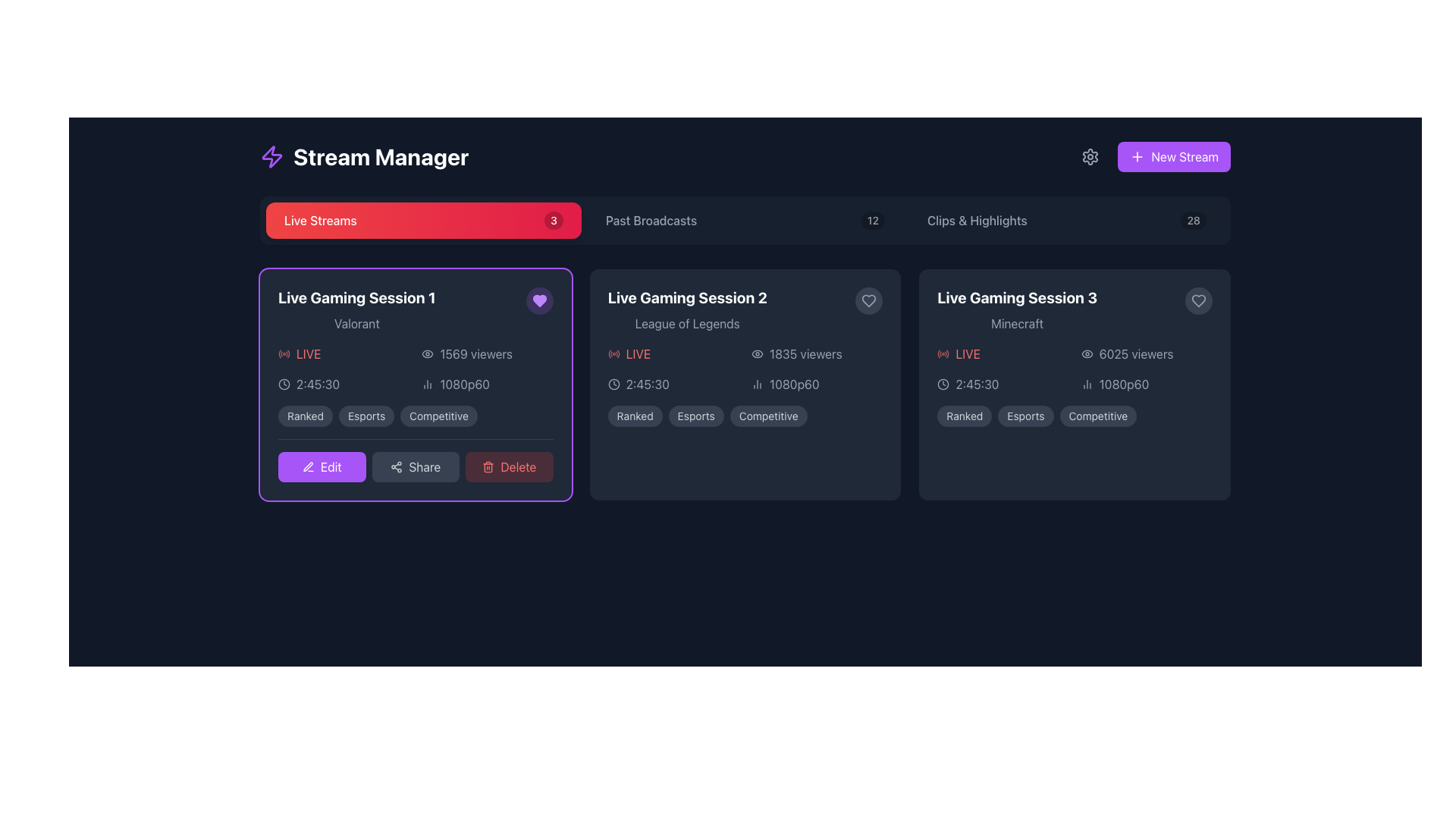 The image size is (1456, 819). Describe the element at coordinates (272, 157) in the screenshot. I see `the lightning bolt-shaped purple icon located next to the text 'Stream Manager' in the header section` at that location.